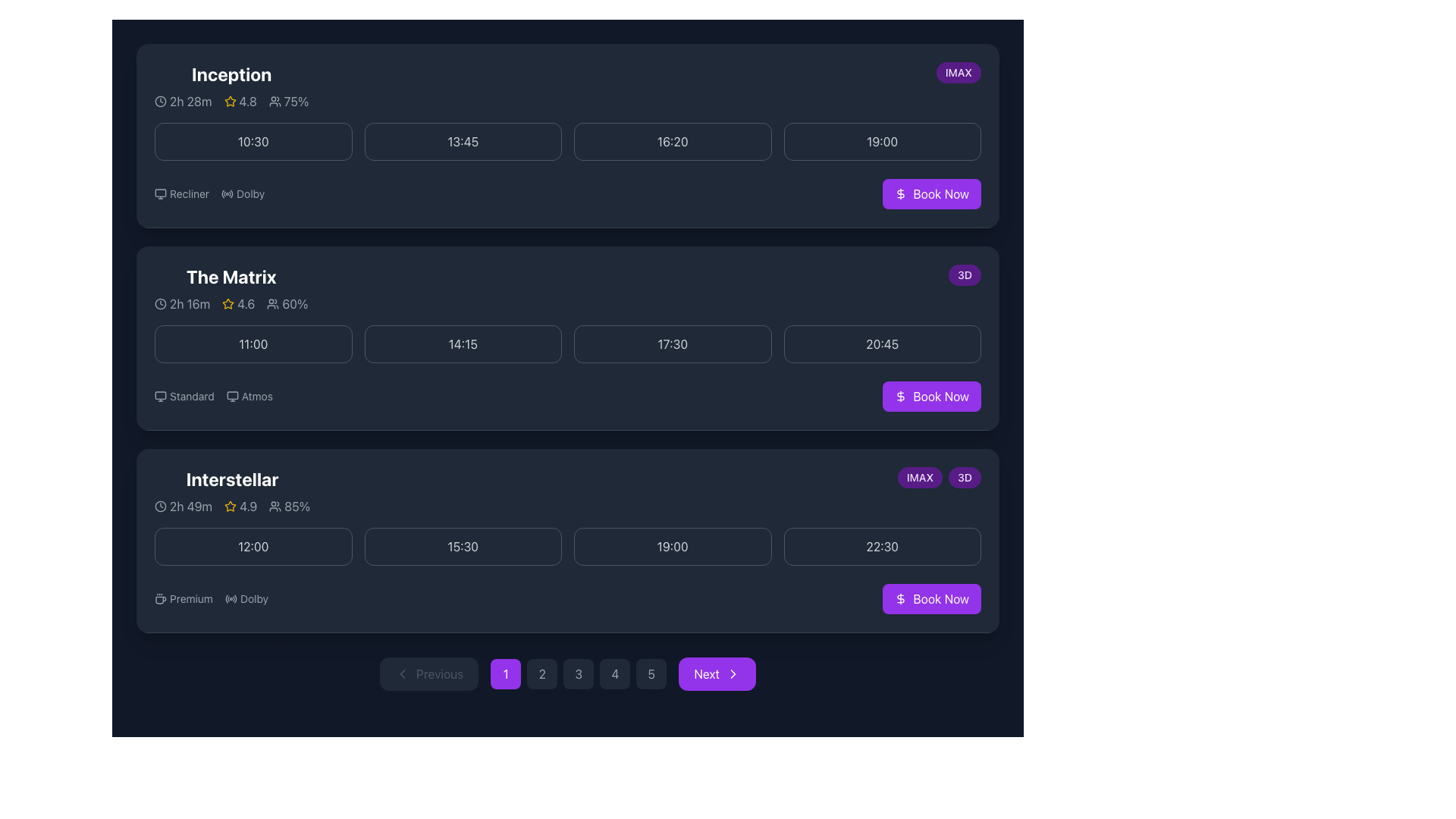 Image resolution: width=1456 pixels, height=819 pixels. I want to click on the '19:00' button, which is a rectangular button with rounded corners, located in the 'Interstellar' section, between the '15:30' and '22:30' buttons, so click(672, 547).